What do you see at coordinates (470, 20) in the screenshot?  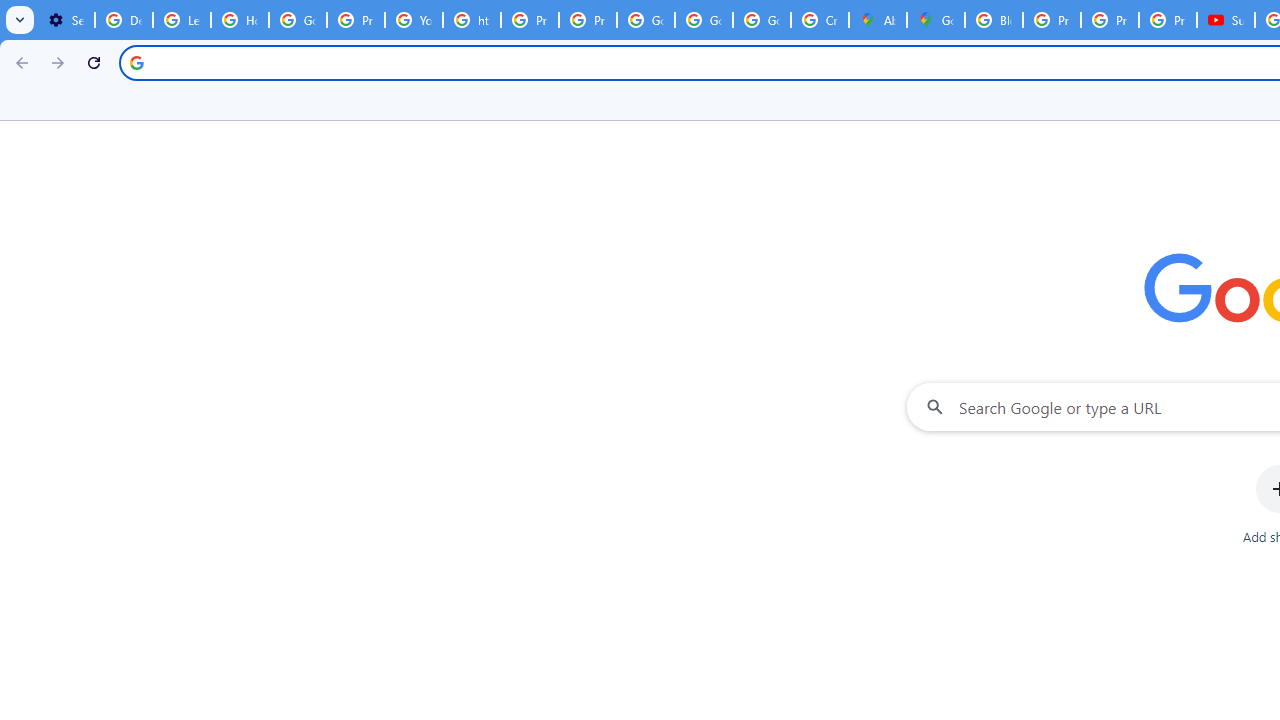 I see `'https://scholar.google.com/'` at bounding box center [470, 20].